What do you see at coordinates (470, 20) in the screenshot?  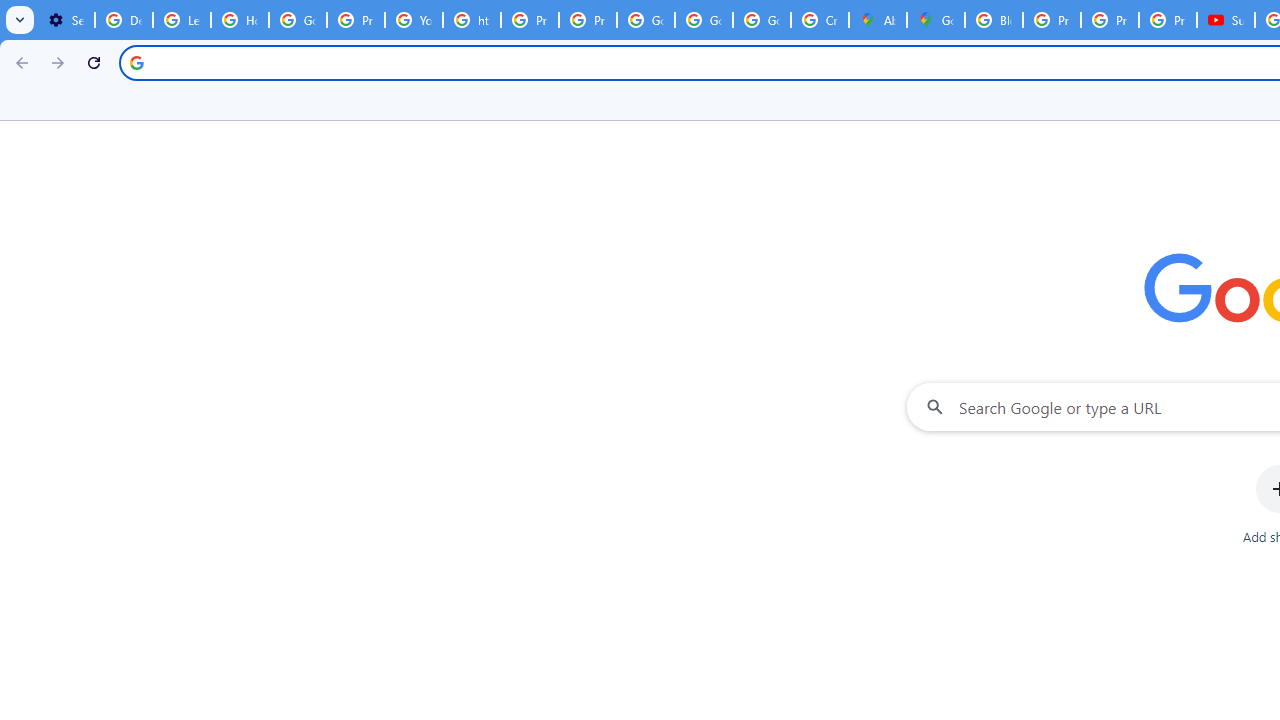 I see `'https://scholar.google.com/'` at bounding box center [470, 20].